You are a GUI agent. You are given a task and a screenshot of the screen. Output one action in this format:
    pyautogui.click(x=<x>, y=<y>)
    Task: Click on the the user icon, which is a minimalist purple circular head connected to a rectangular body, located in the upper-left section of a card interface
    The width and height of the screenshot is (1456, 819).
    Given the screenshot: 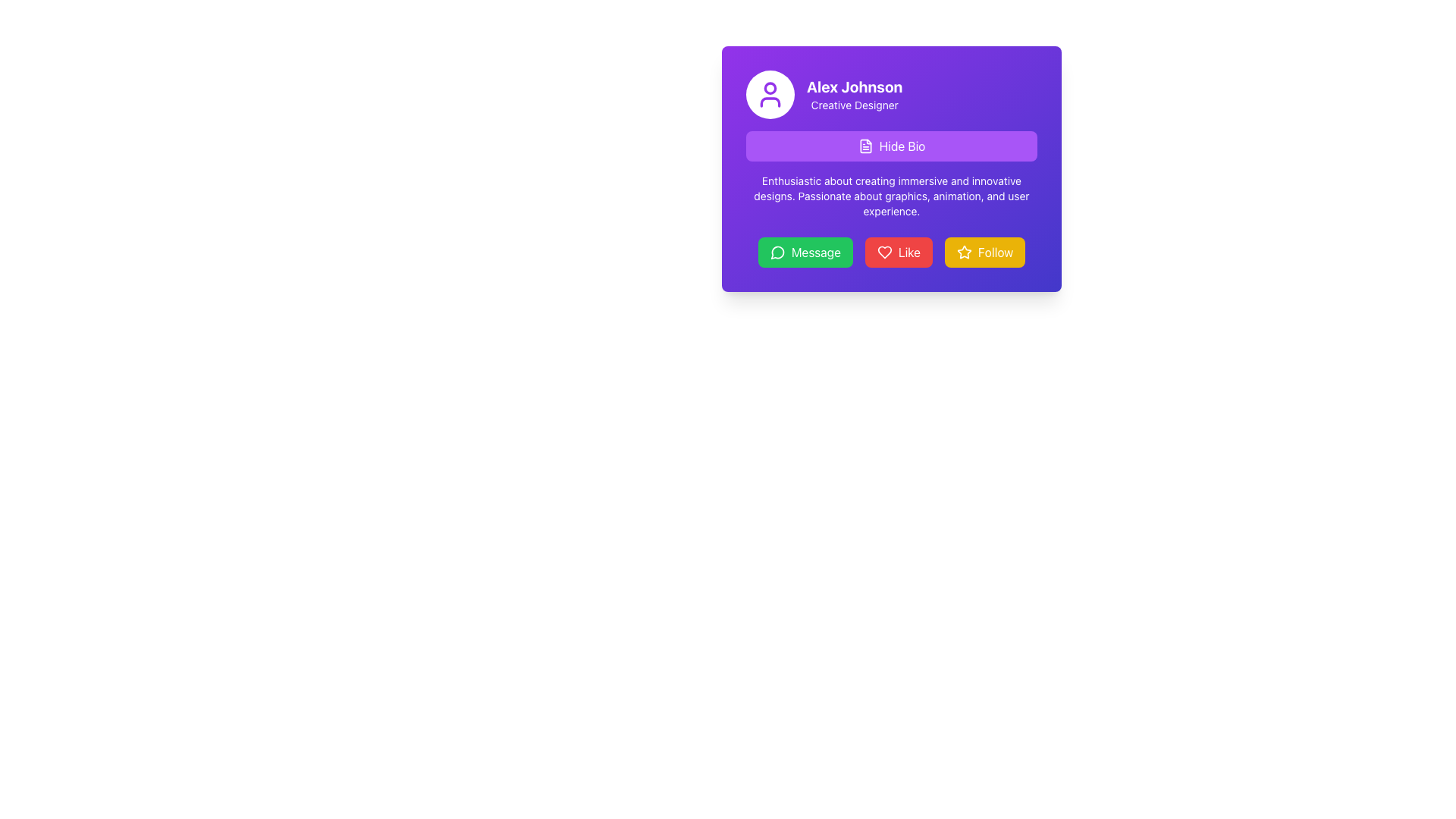 What is the action you would take?
    pyautogui.click(x=770, y=94)
    